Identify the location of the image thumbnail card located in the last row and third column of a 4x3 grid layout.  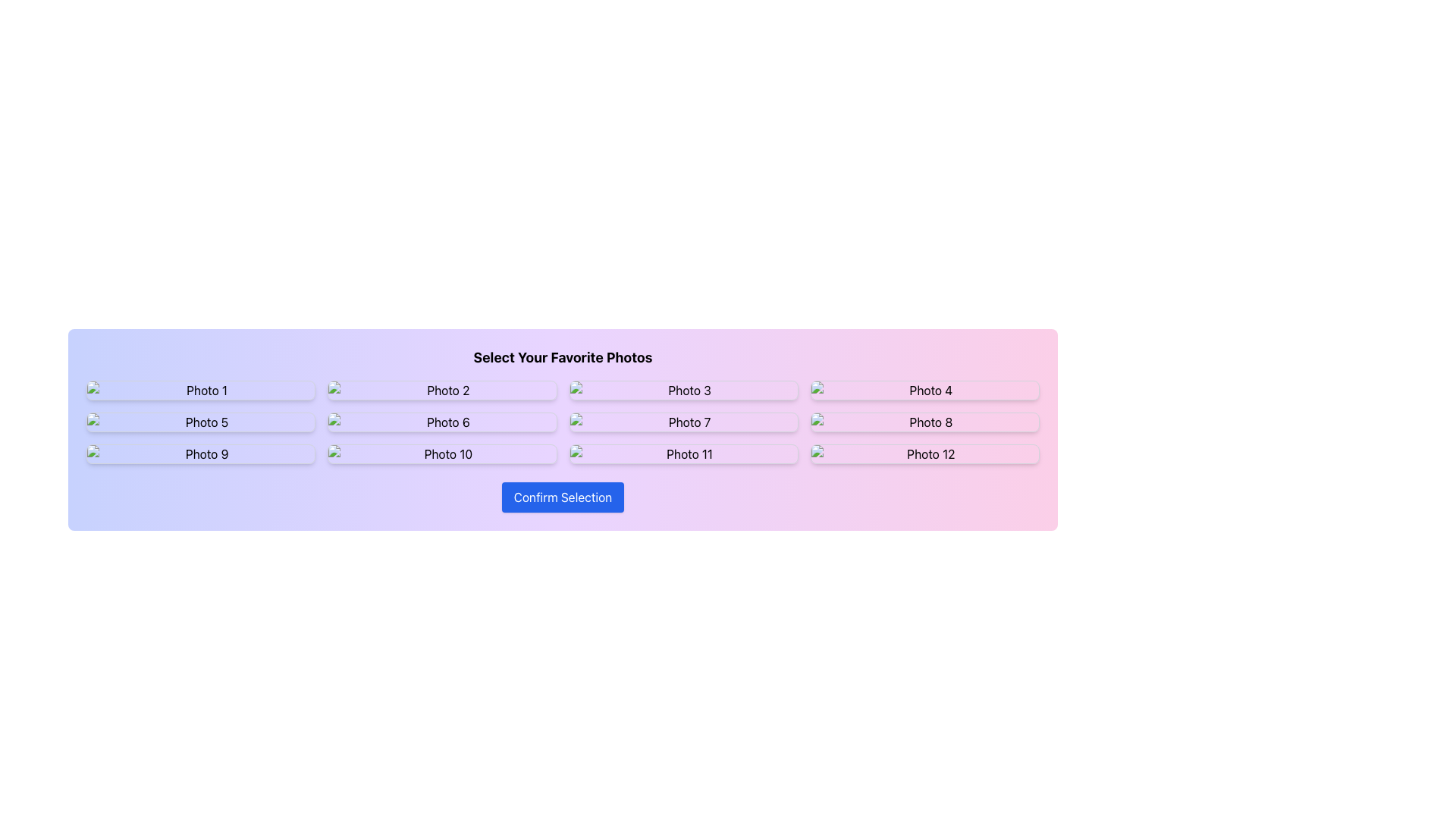
(682, 453).